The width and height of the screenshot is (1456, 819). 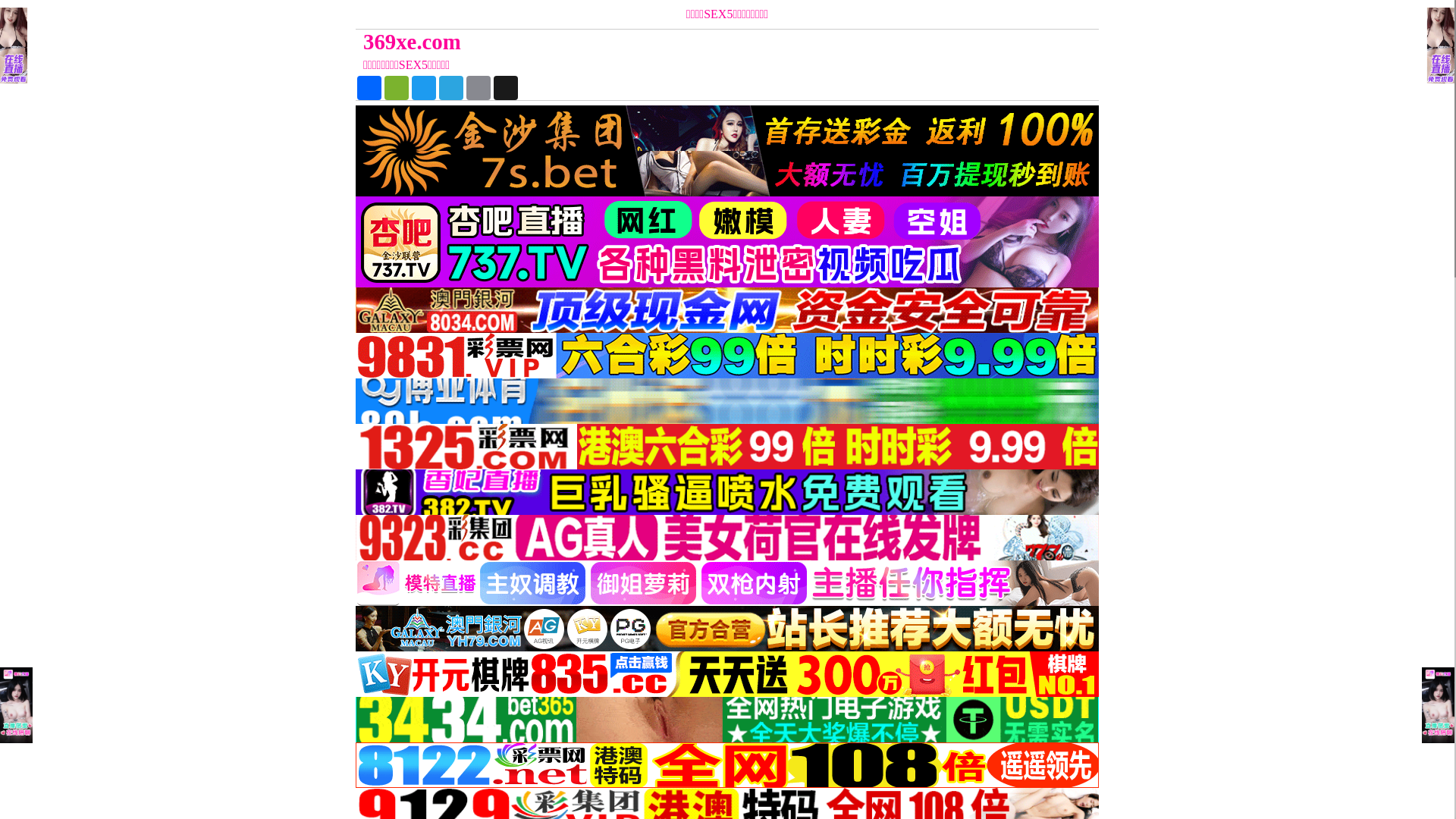 What do you see at coordinates (410, 87) in the screenshot?
I see `'Twitter'` at bounding box center [410, 87].